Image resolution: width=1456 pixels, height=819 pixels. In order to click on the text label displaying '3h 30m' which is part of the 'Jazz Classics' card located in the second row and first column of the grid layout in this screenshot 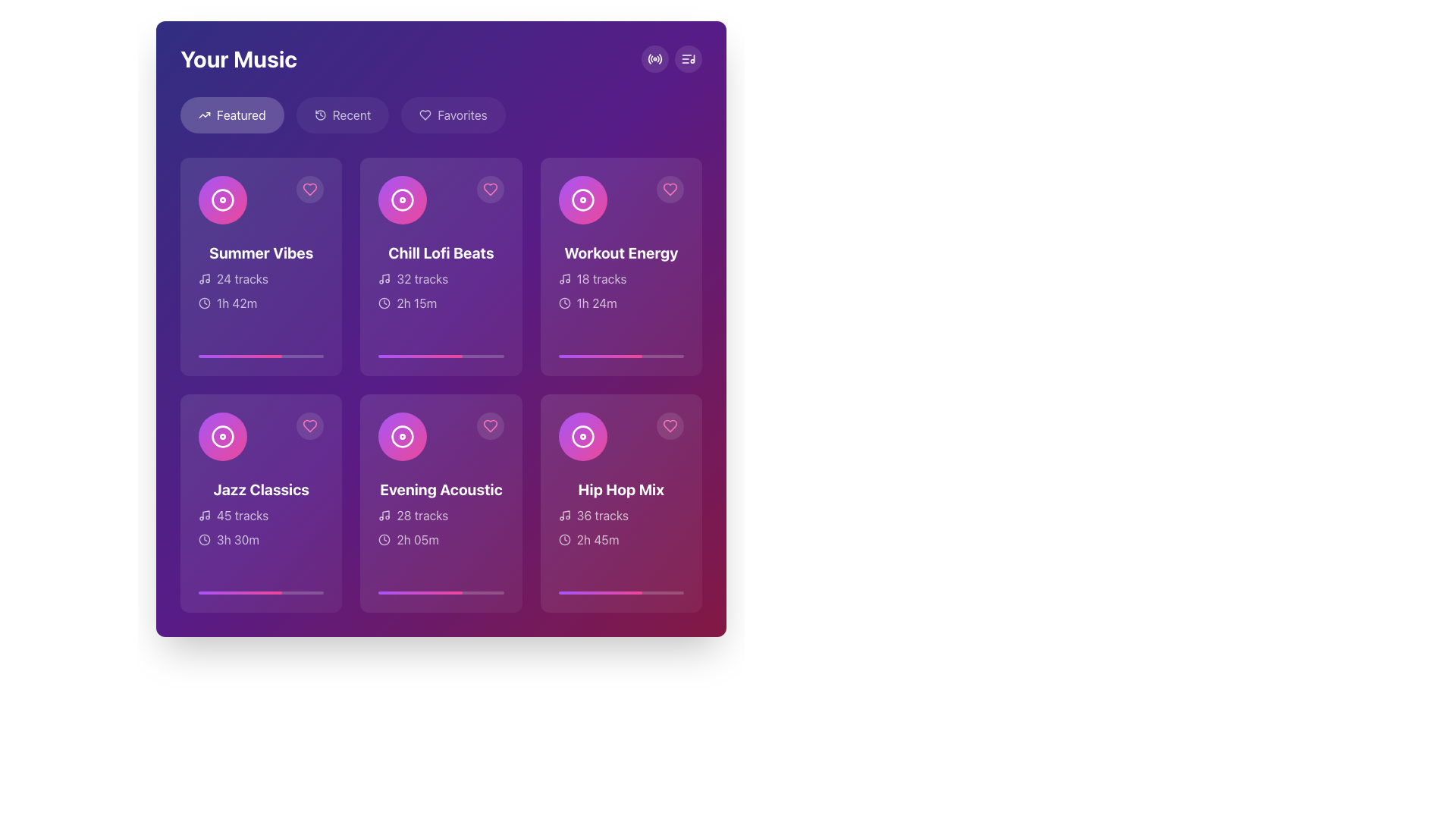, I will do `click(237, 539)`.